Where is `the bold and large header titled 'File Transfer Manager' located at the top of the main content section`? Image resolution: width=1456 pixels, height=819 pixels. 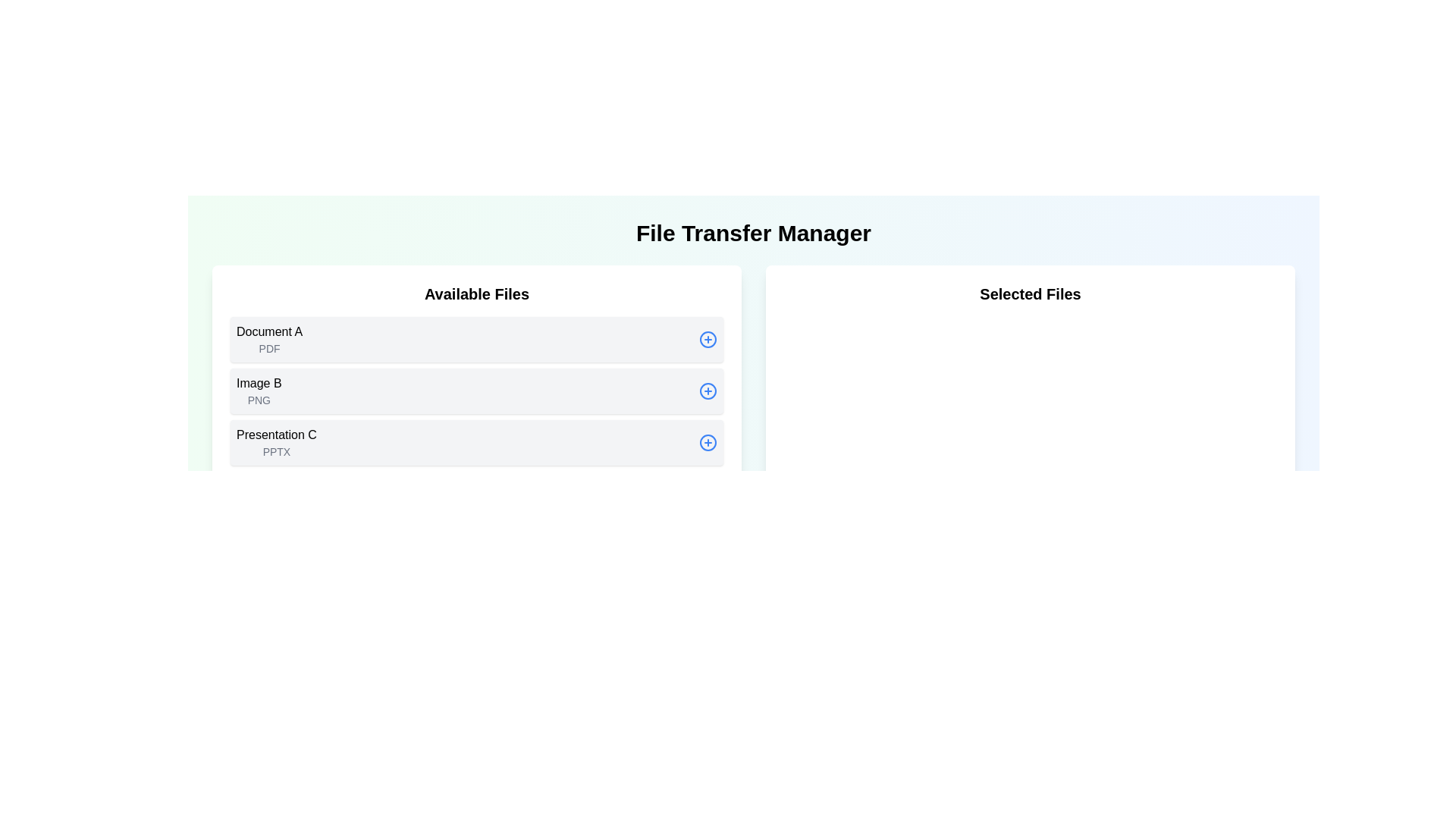
the bold and large header titled 'File Transfer Manager' located at the top of the main content section is located at coordinates (753, 234).